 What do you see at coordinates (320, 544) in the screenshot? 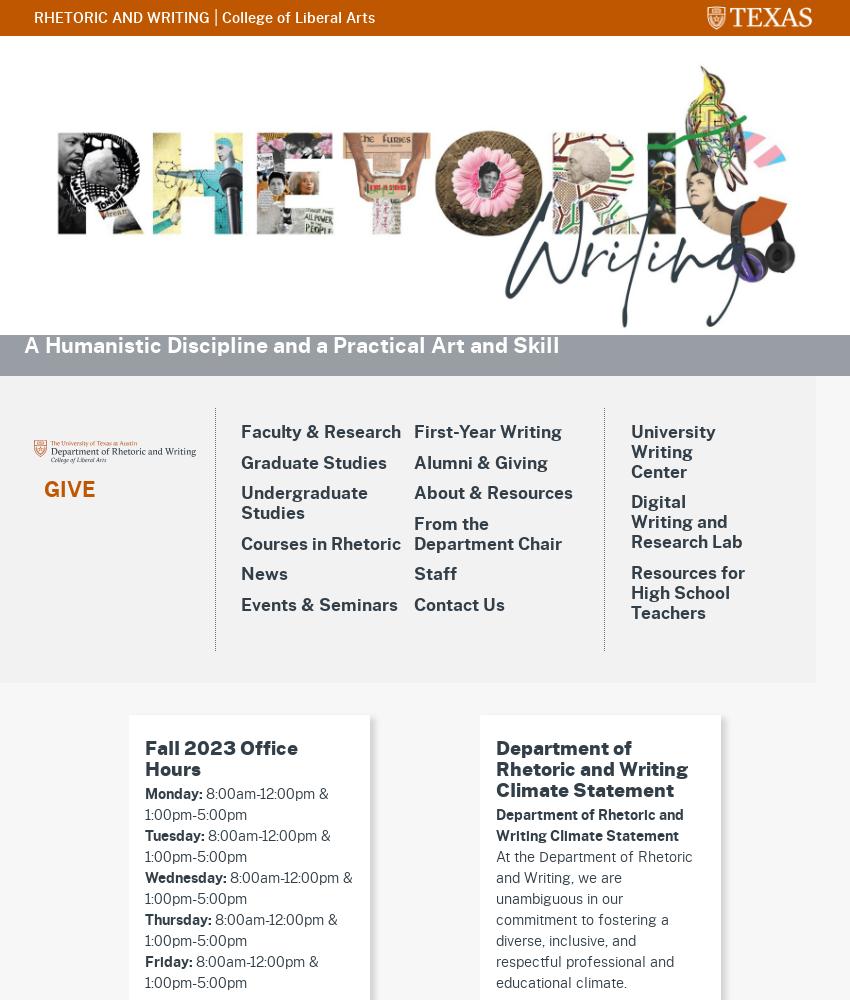
I see `'Courses in Rhetoric'` at bounding box center [320, 544].